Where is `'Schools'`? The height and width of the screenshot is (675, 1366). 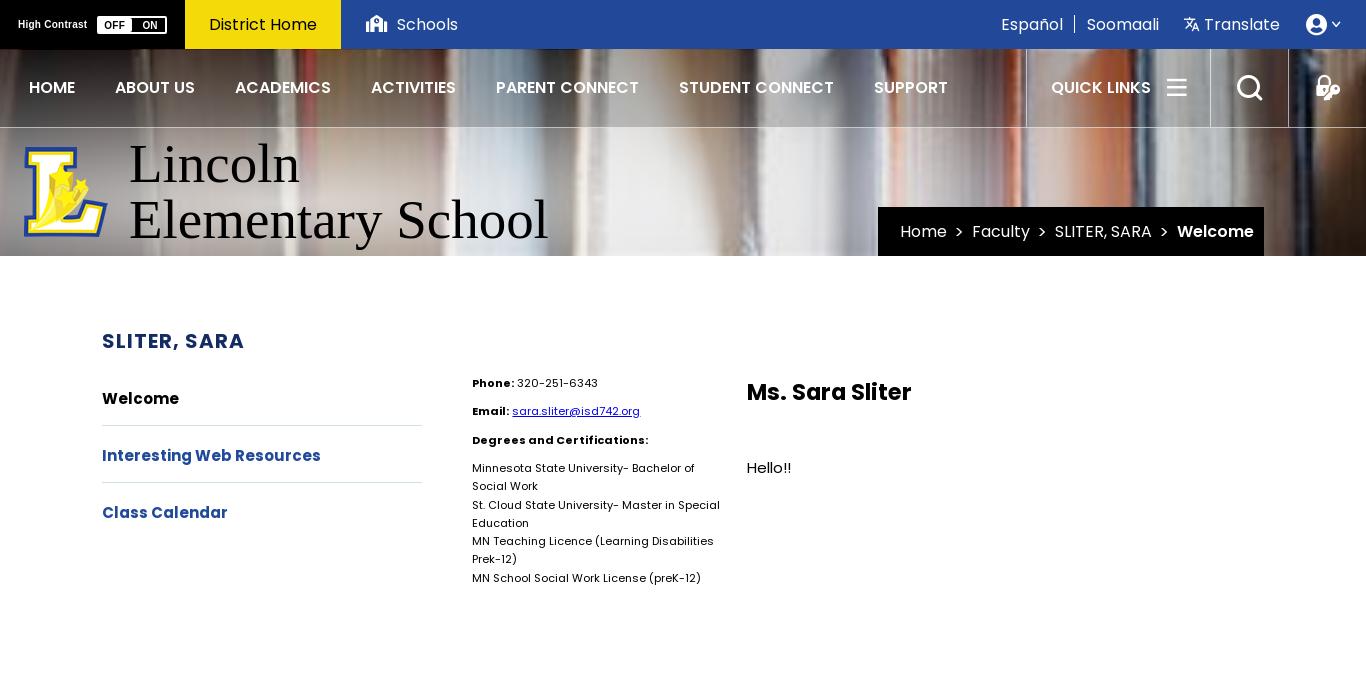 'Schools' is located at coordinates (426, 22).